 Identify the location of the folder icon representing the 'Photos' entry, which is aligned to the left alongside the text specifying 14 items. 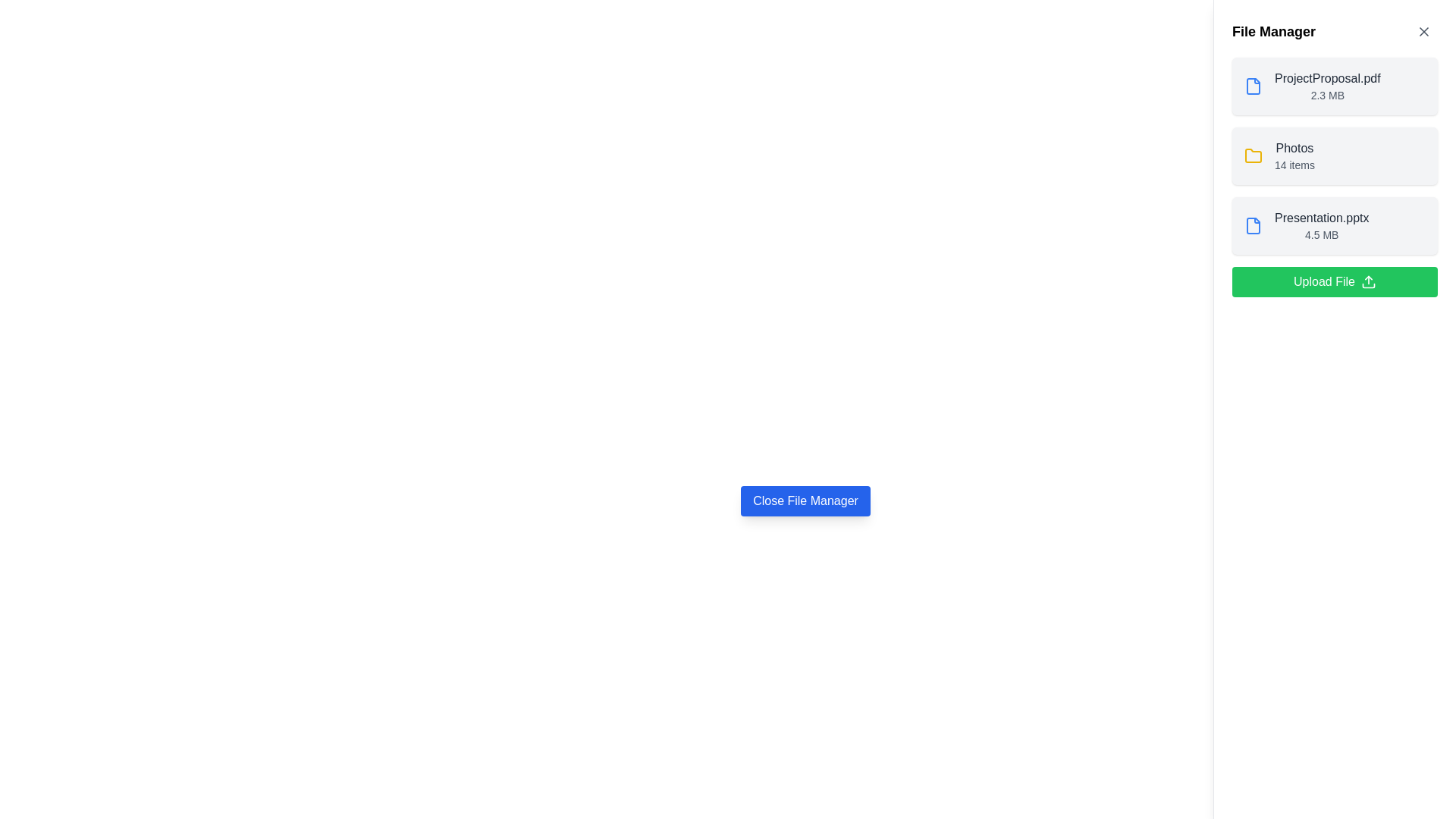
(1253, 155).